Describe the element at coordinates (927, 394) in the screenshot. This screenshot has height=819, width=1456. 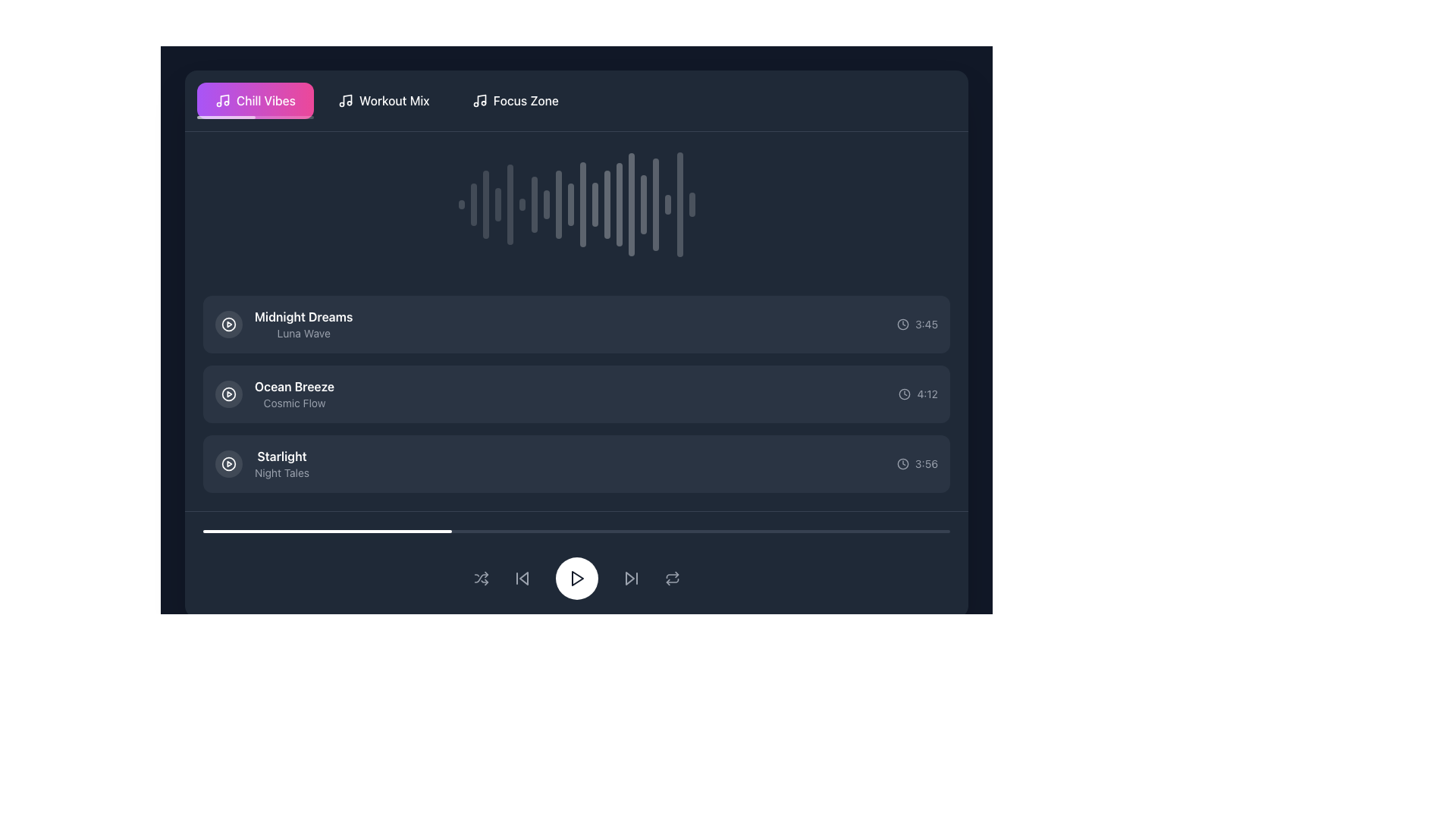
I see `the text label displaying the time '4:12', which is styled in a small, light gray font and located to the right of the track title 'Ocean Breeze' in the playlist interface` at that location.